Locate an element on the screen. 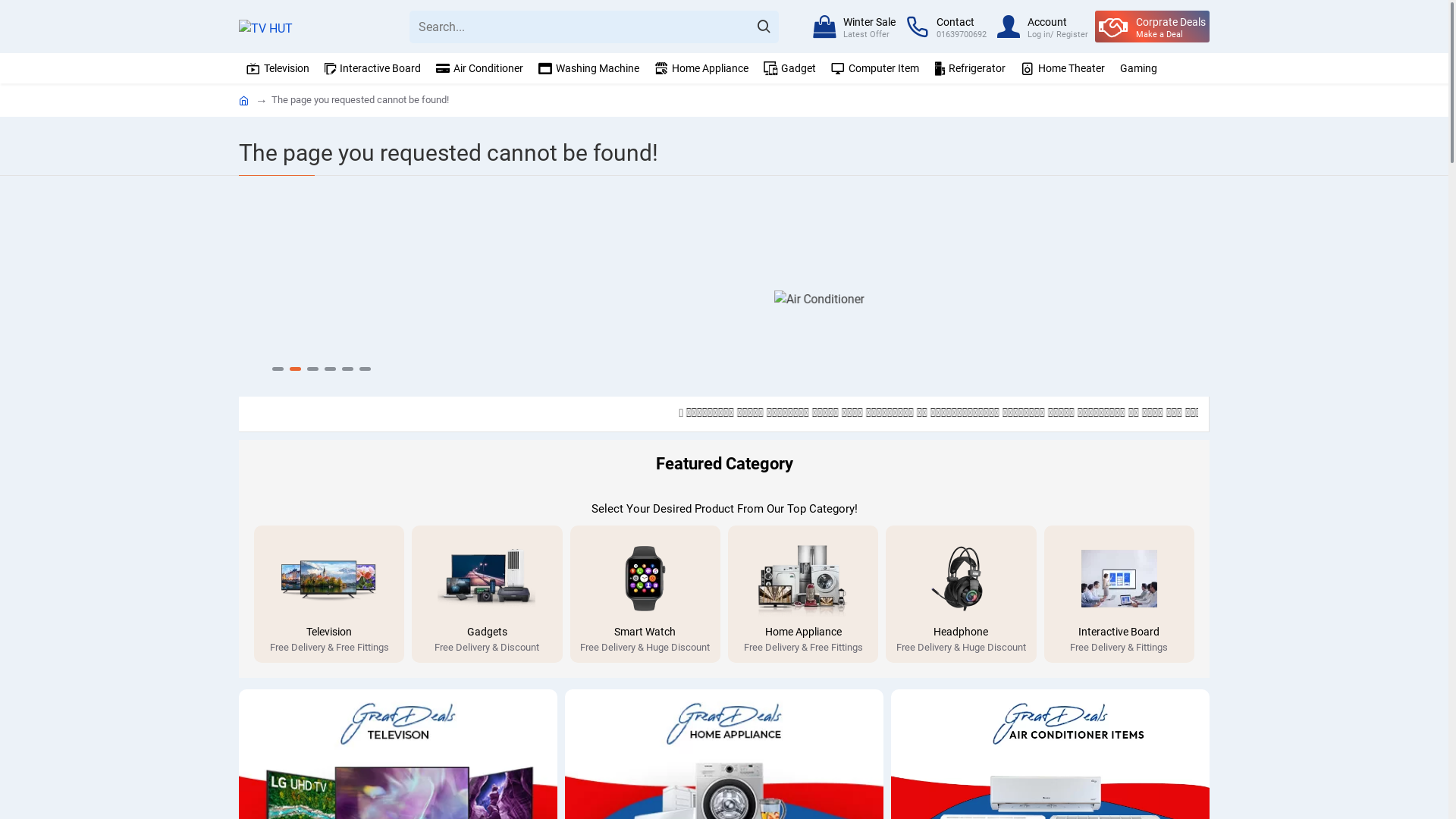 The height and width of the screenshot is (819, 1456). 'Gadget' is located at coordinates (787, 67).